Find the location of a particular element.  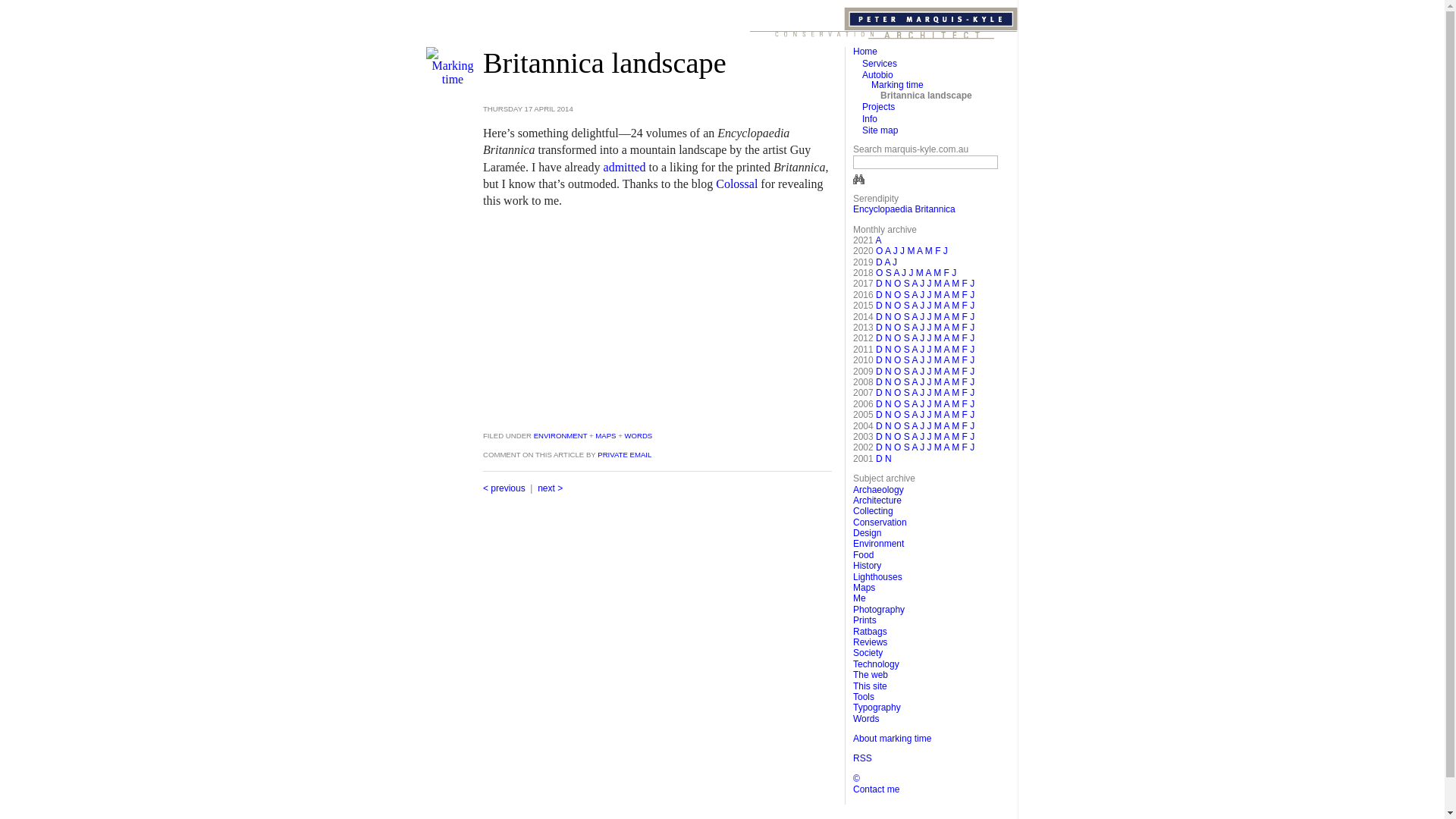

'Collecting' is located at coordinates (873, 511).